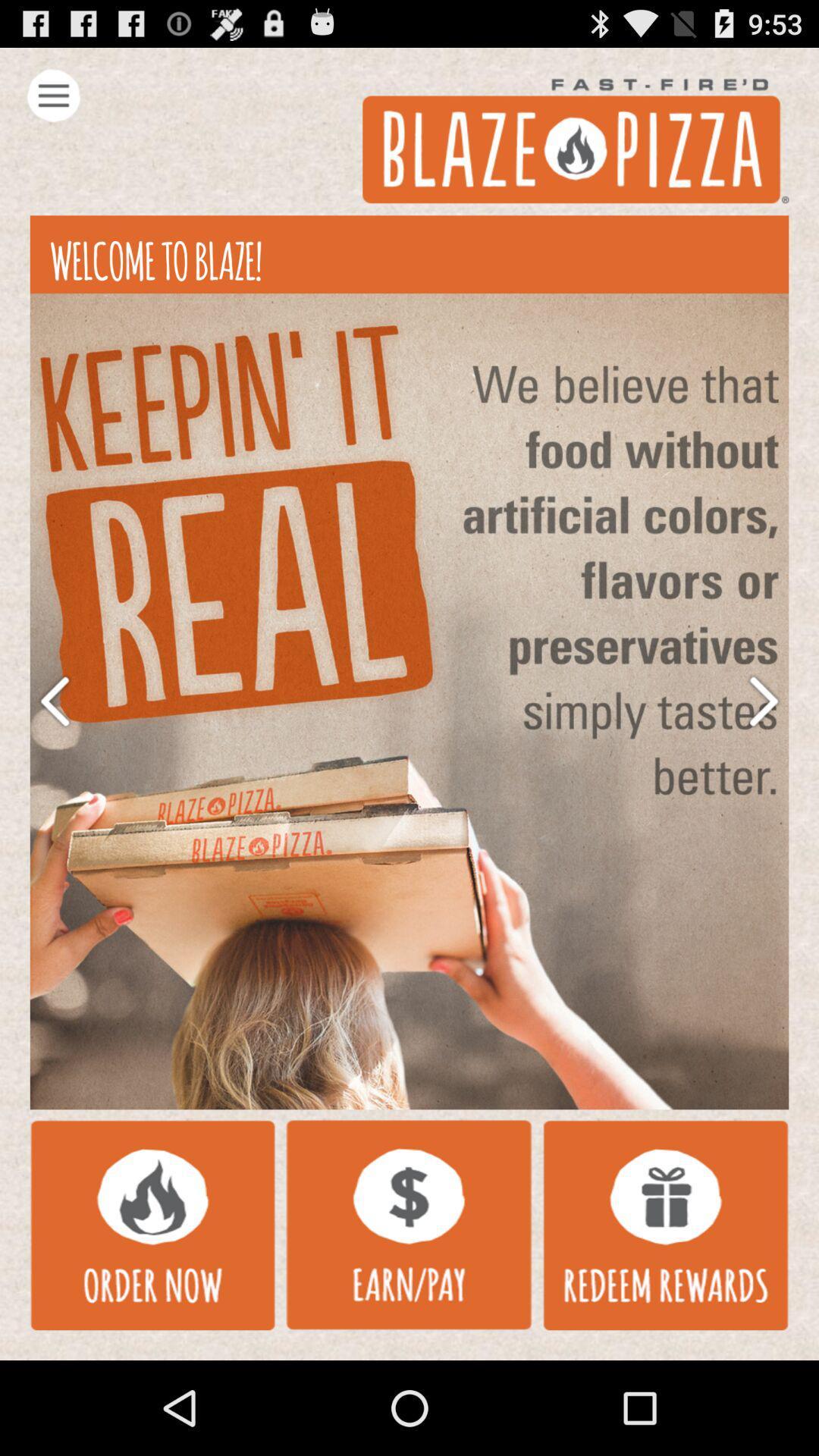 The width and height of the screenshot is (819, 1456). I want to click on the menu icon, so click(52, 101).